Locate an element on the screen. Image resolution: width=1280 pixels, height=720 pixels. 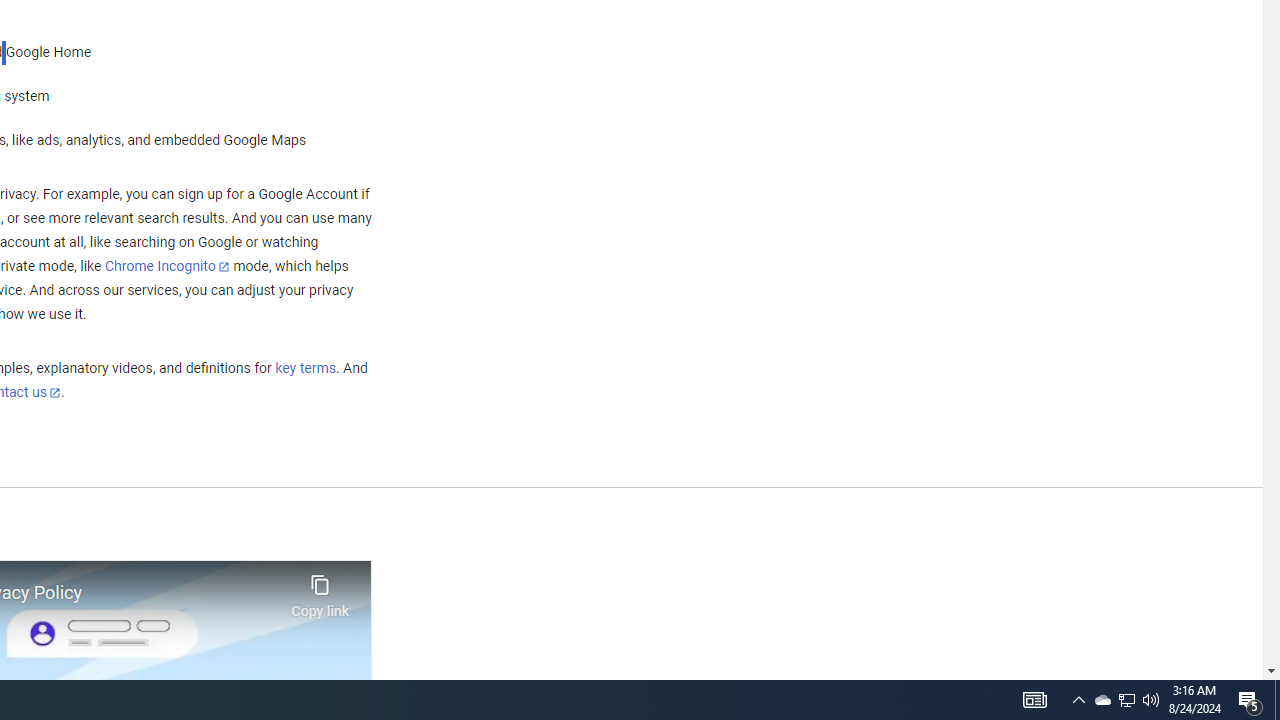
'Chrome Incognito' is located at coordinates (167, 265).